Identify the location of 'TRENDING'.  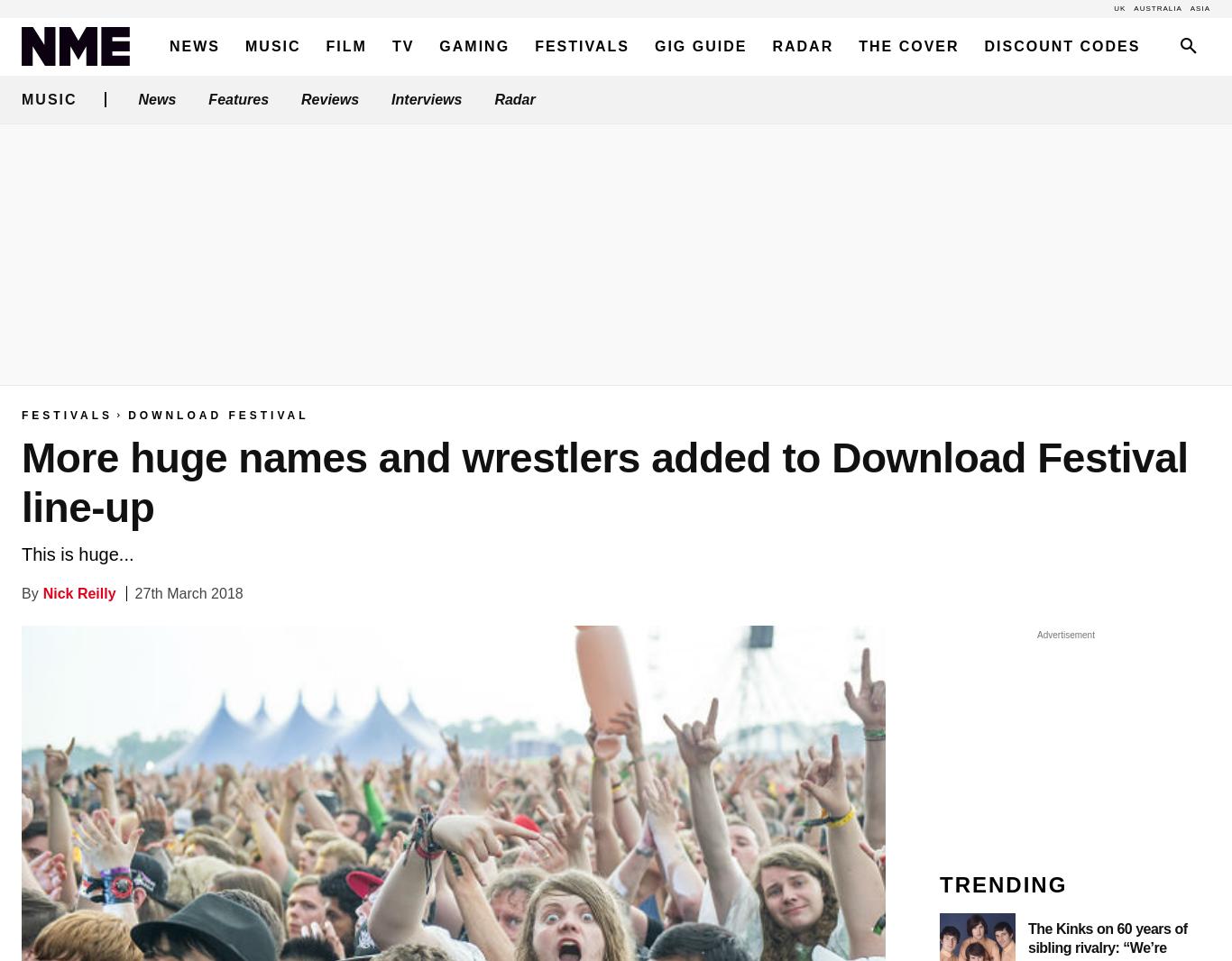
(1002, 884).